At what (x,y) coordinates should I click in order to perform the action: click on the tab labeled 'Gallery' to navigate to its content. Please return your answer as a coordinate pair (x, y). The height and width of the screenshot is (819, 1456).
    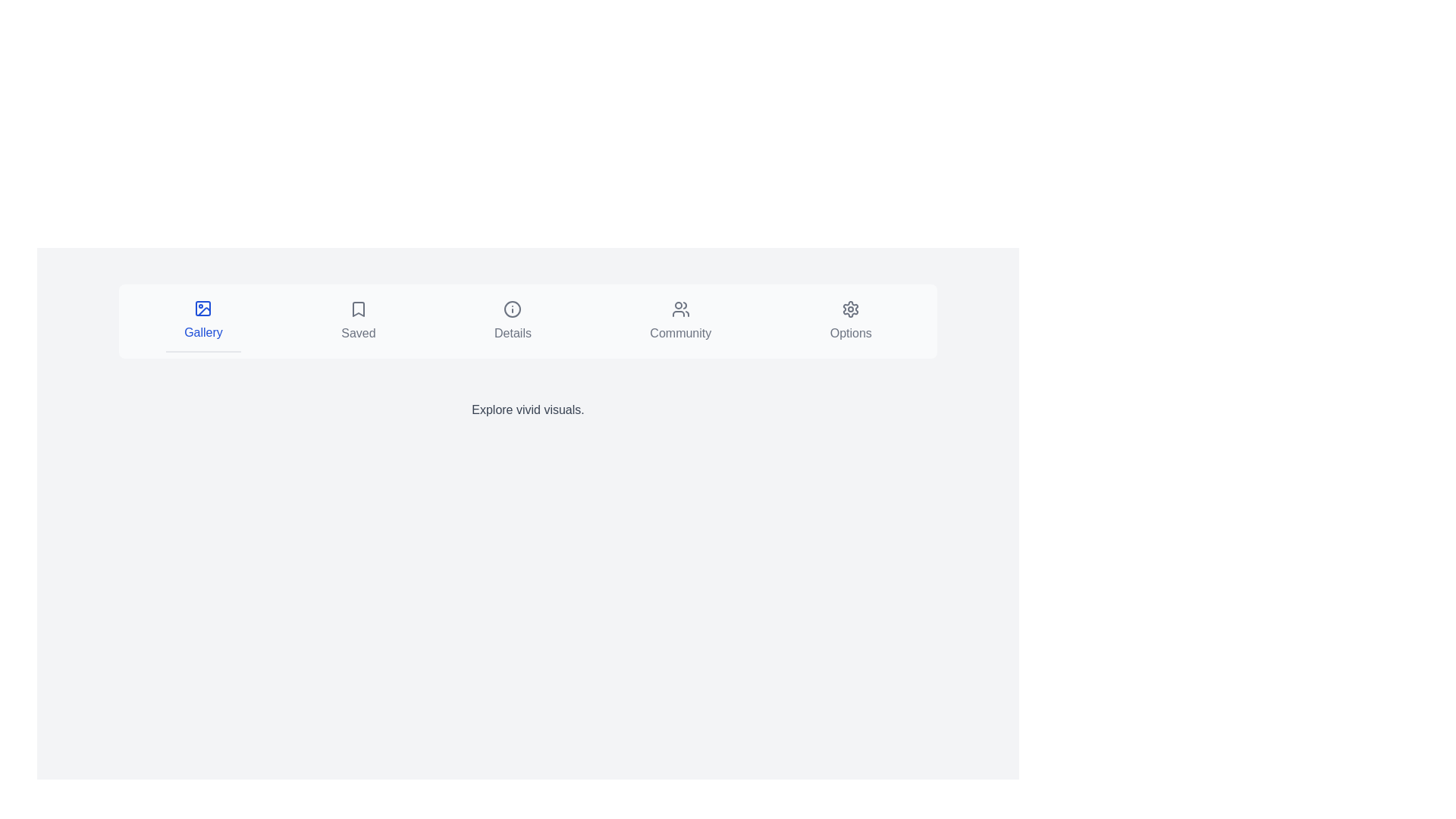
    Looking at the image, I should click on (202, 321).